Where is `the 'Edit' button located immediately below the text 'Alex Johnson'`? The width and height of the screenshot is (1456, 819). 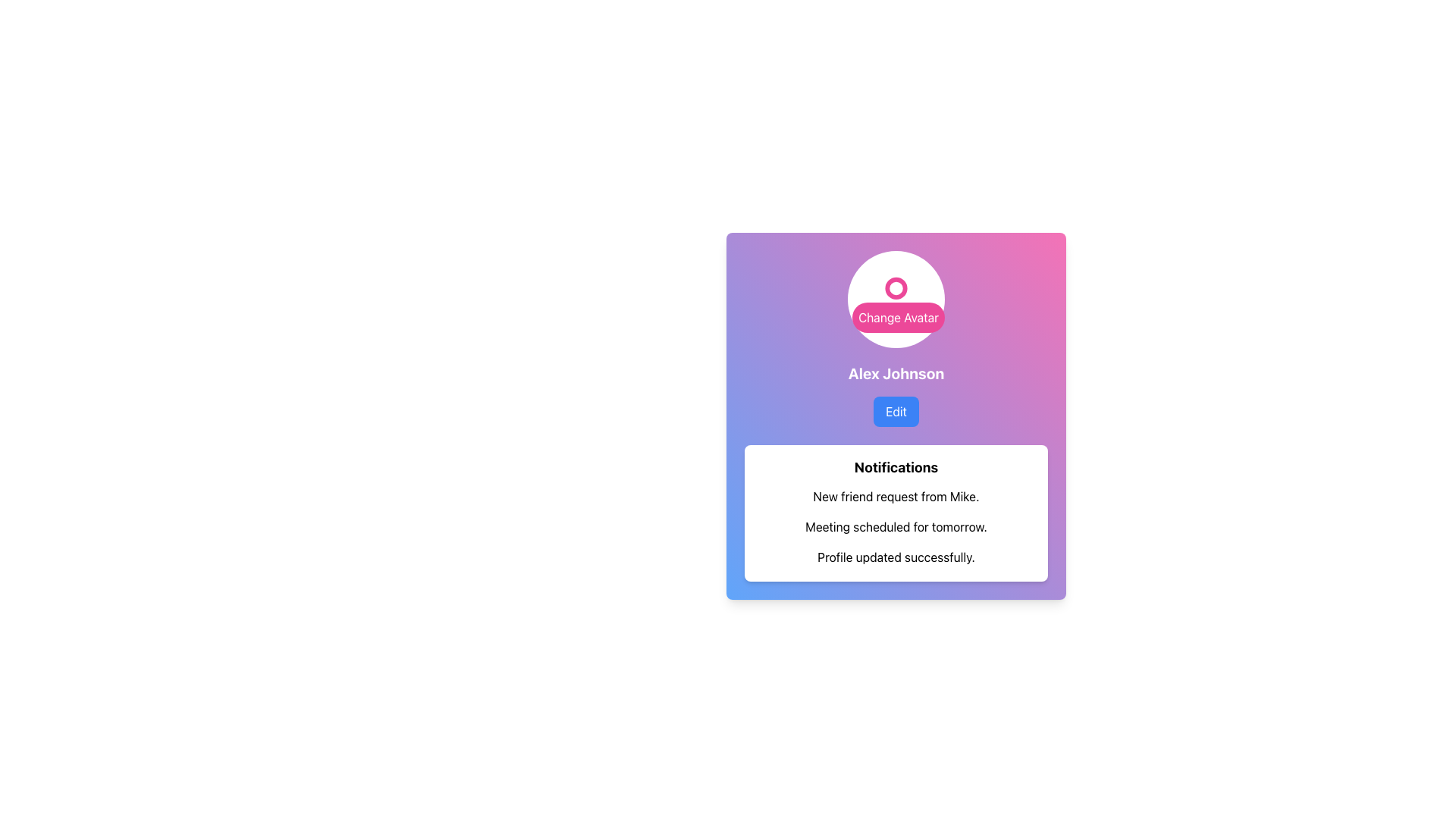
the 'Edit' button located immediately below the text 'Alex Johnson' is located at coordinates (896, 412).